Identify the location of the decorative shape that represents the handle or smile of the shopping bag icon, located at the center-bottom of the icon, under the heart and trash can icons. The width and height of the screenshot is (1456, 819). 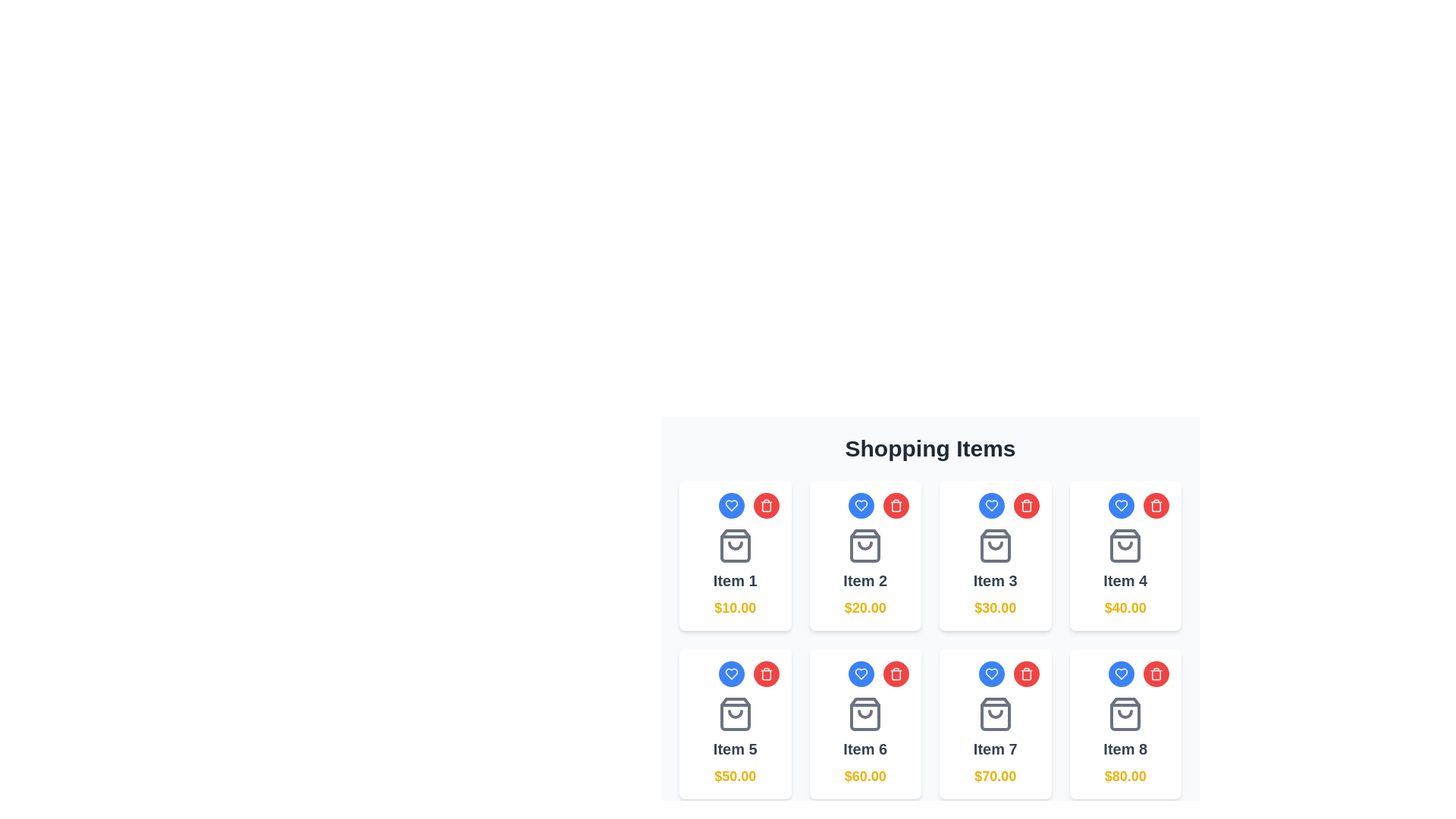
(735, 714).